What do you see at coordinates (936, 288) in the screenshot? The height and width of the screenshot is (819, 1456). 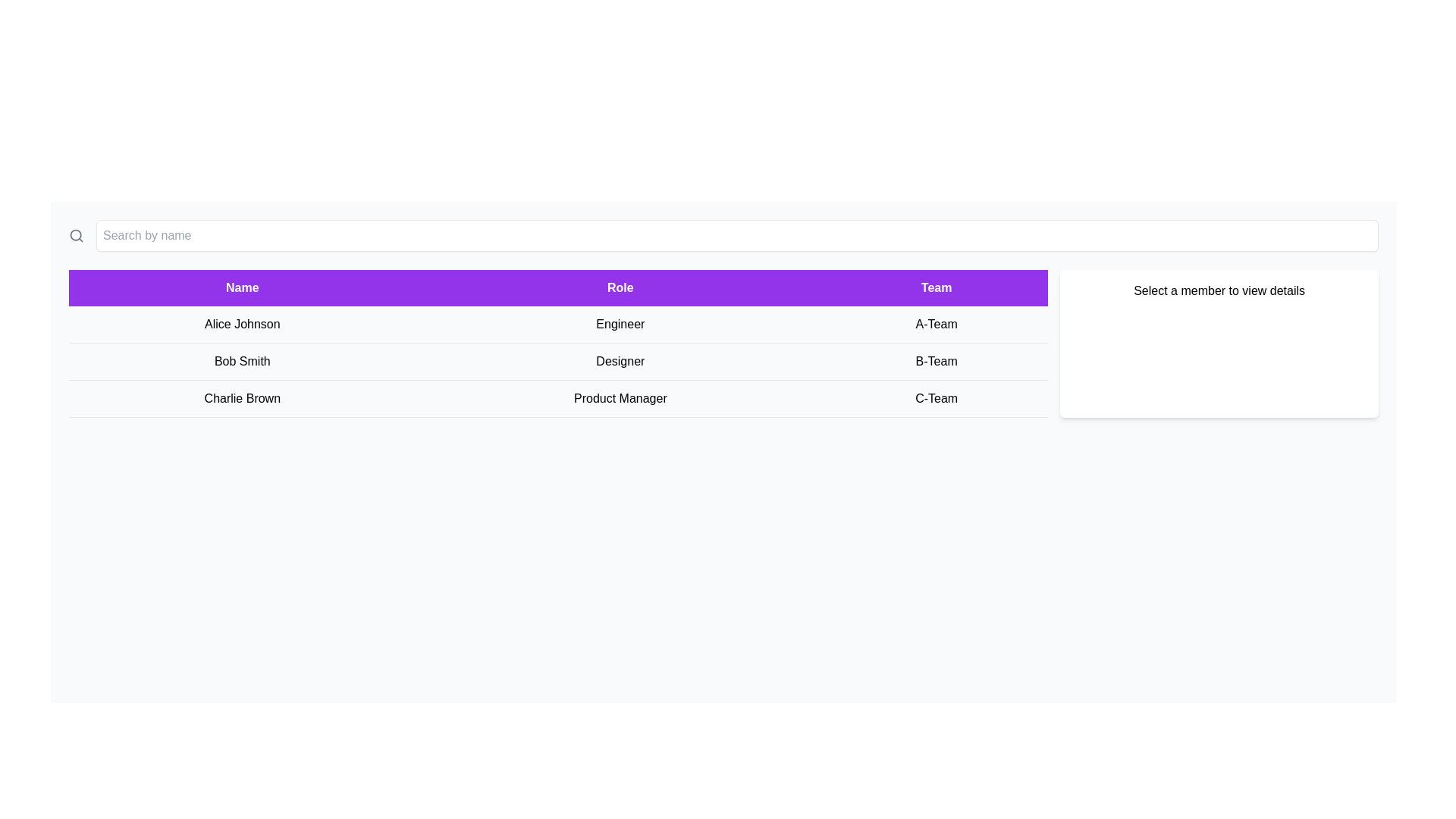 I see `the 'Team' column header in the table, which is the third column header located to the right of the 'Role' header` at bounding box center [936, 288].